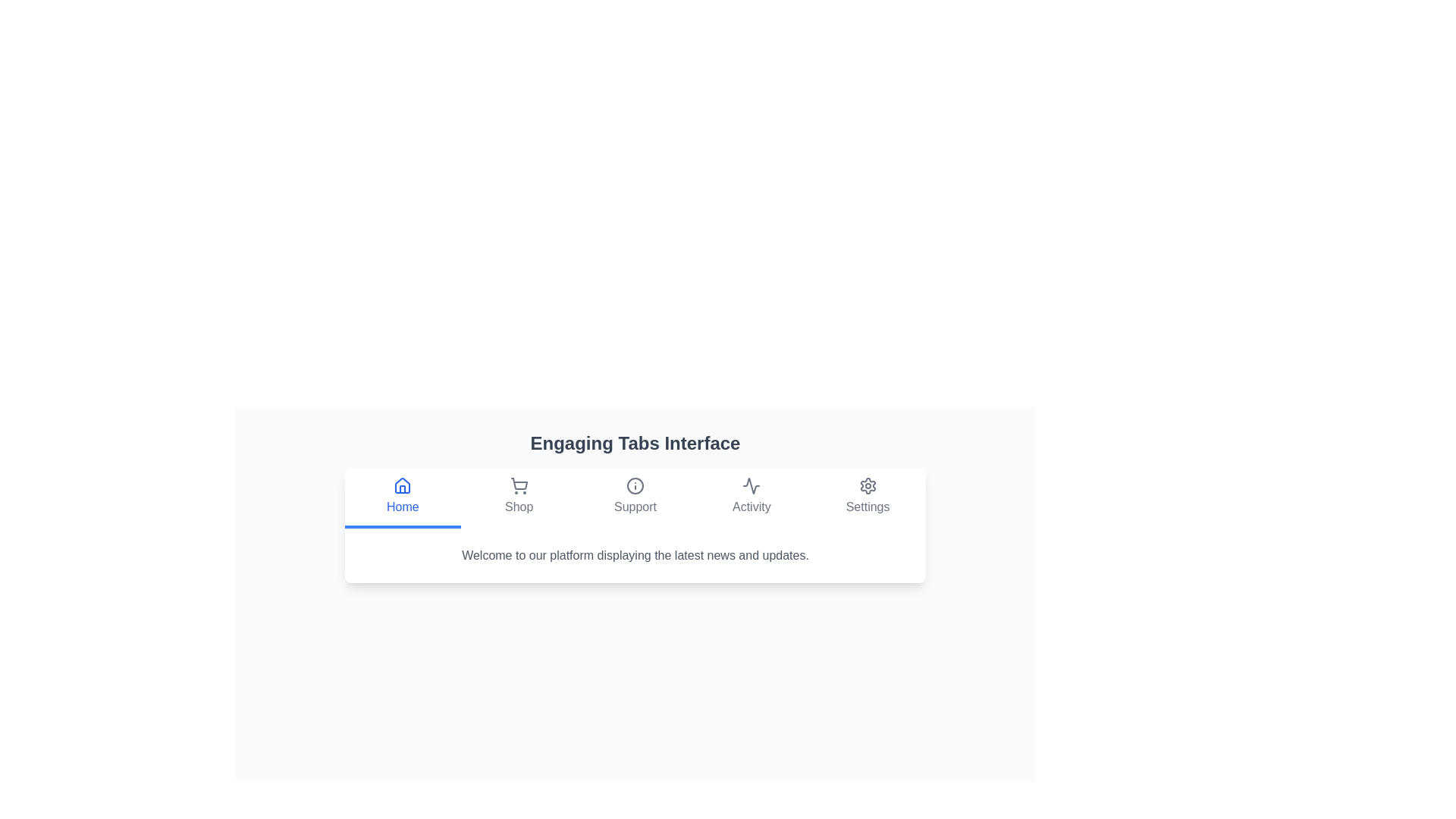 The width and height of the screenshot is (1456, 819). What do you see at coordinates (752, 497) in the screenshot?
I see `the Navigation button, which features a zigzag electrocardiogram icon above the text 'Activity', located in the horizontal navigation bar` at bounding box center [752, 497].